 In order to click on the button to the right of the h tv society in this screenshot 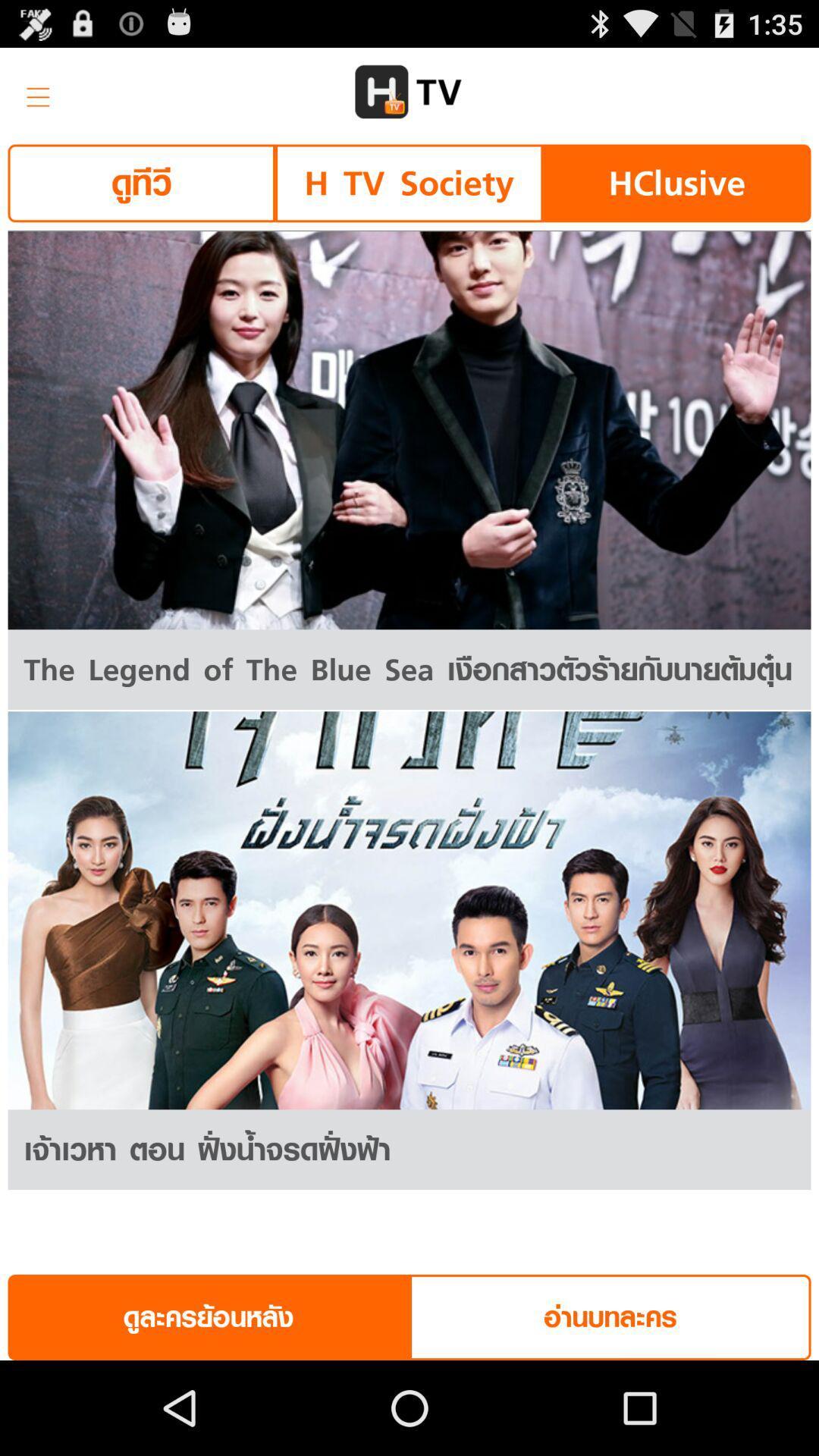, I will do `click(676, 182)`.